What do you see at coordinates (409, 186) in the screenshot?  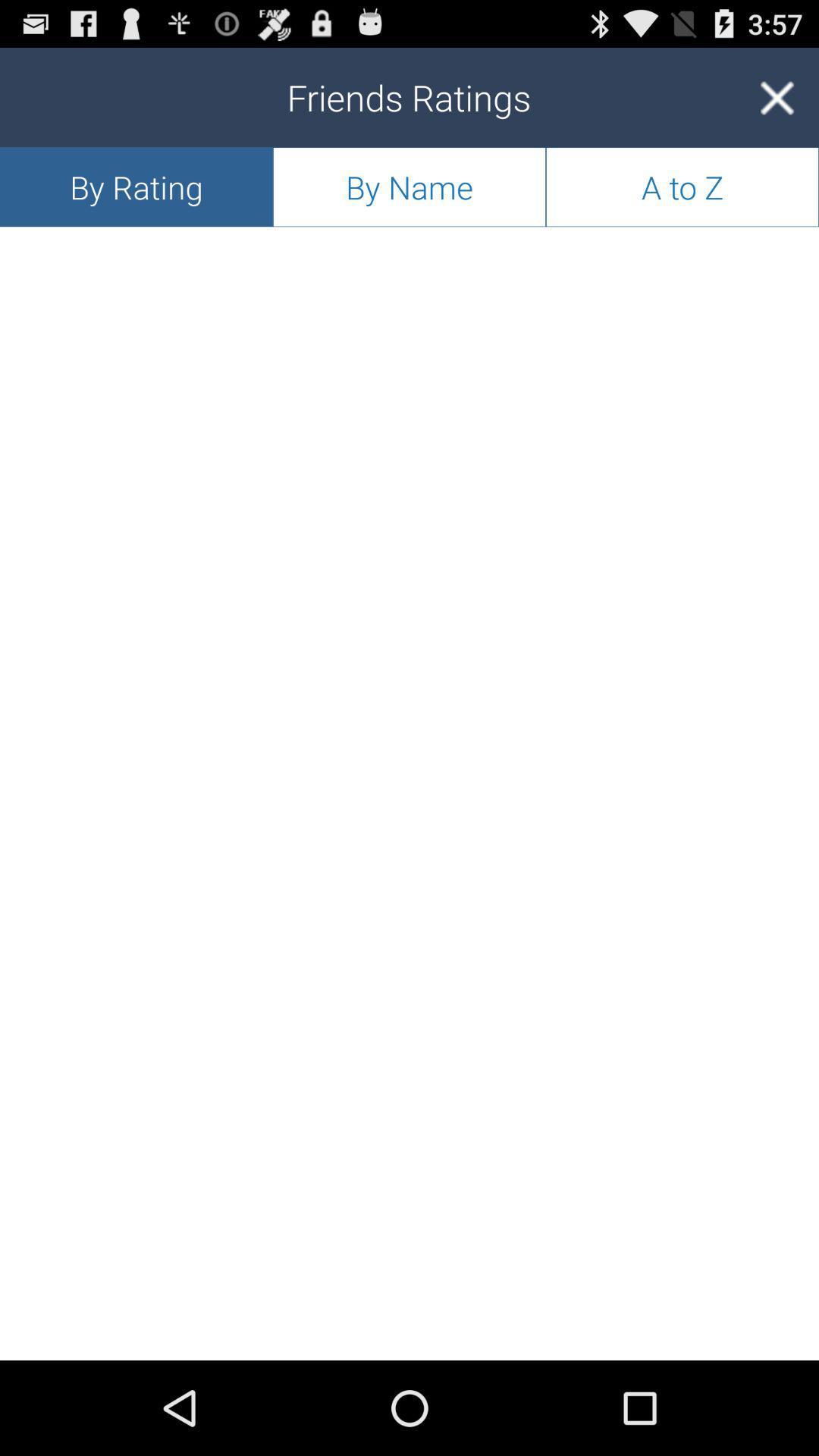 I see `icon below friends ratings app` at bounding box center [409, 186].